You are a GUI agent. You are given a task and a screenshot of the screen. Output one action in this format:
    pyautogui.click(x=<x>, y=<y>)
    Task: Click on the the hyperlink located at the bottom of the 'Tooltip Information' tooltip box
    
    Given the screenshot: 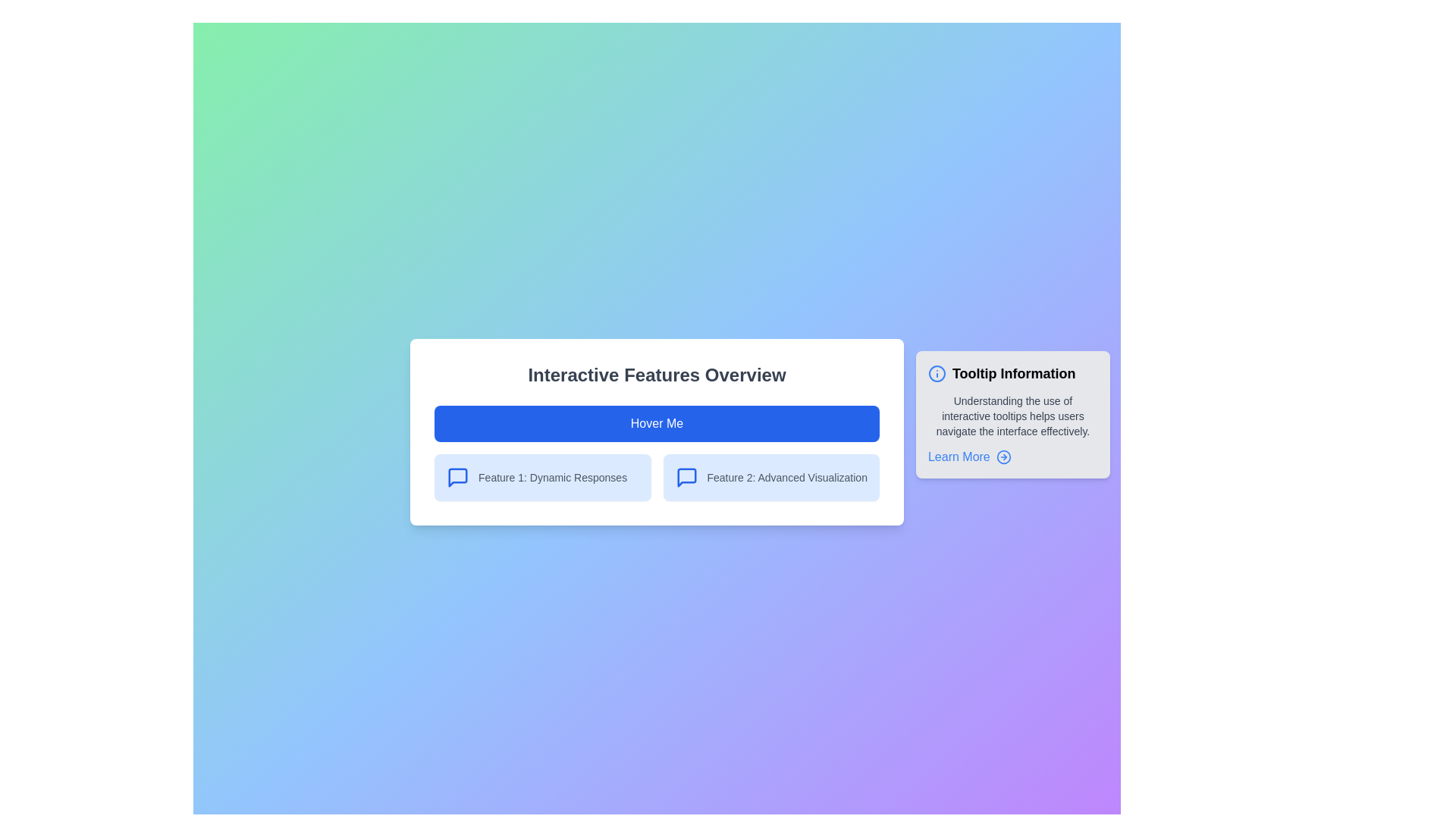 What is the action you would take?
    pyautogui.click(x=1012, y=456)
    